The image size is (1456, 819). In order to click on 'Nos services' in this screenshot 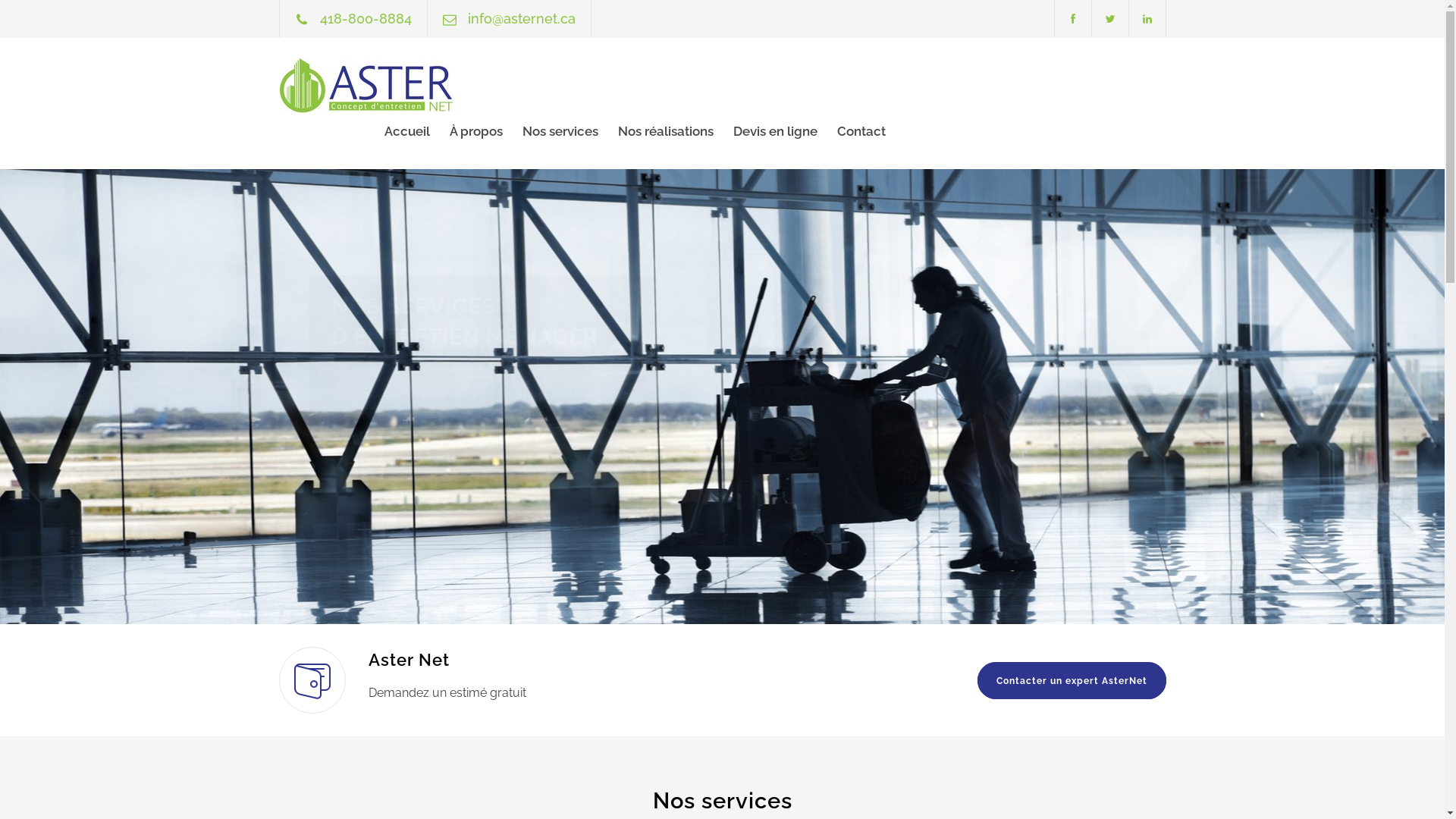, I will do `click(548, 130)`.